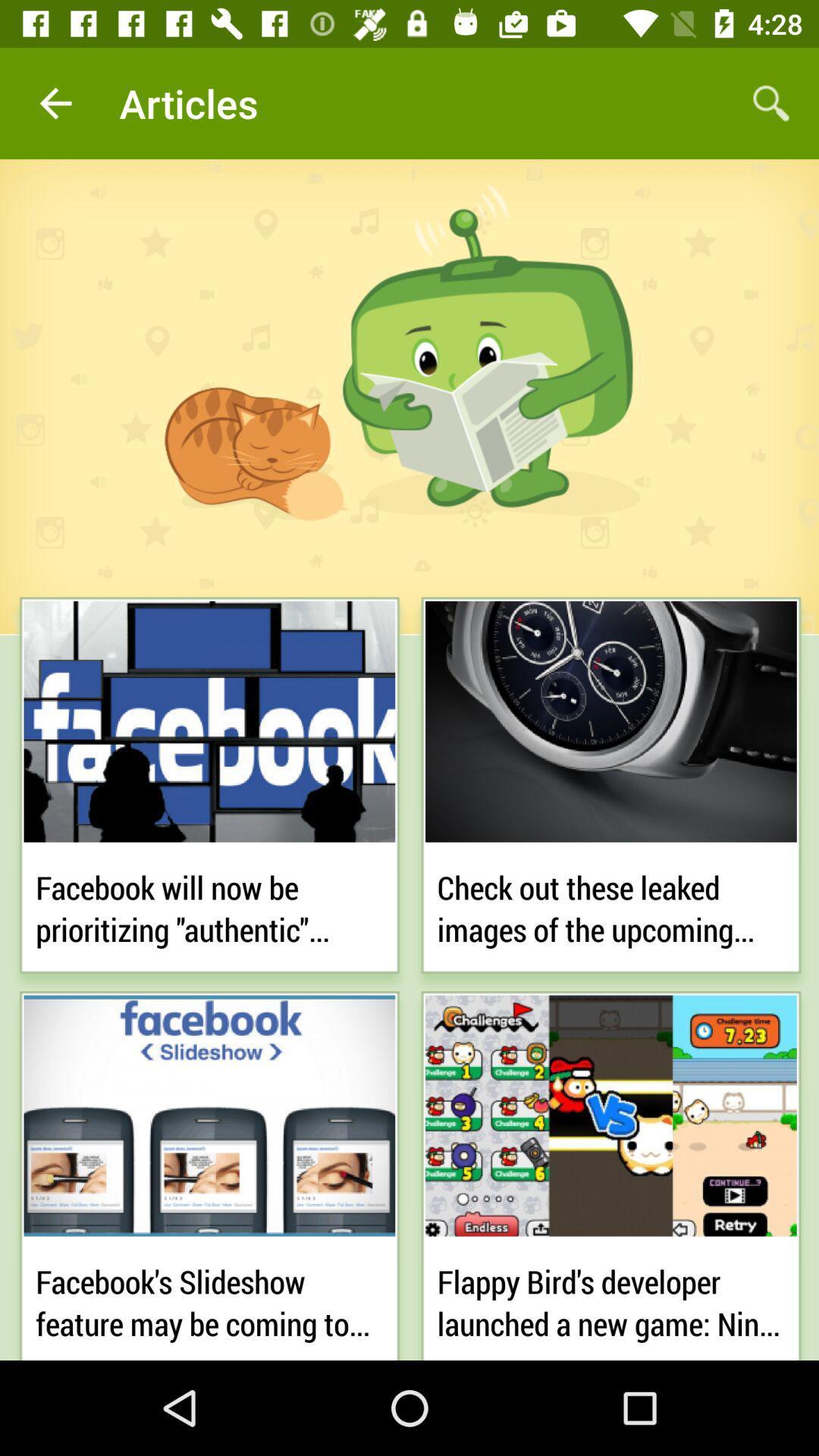 This screenshot has width=819, height=1456. I want to click on flappy bird s item, so click(610, 1298).